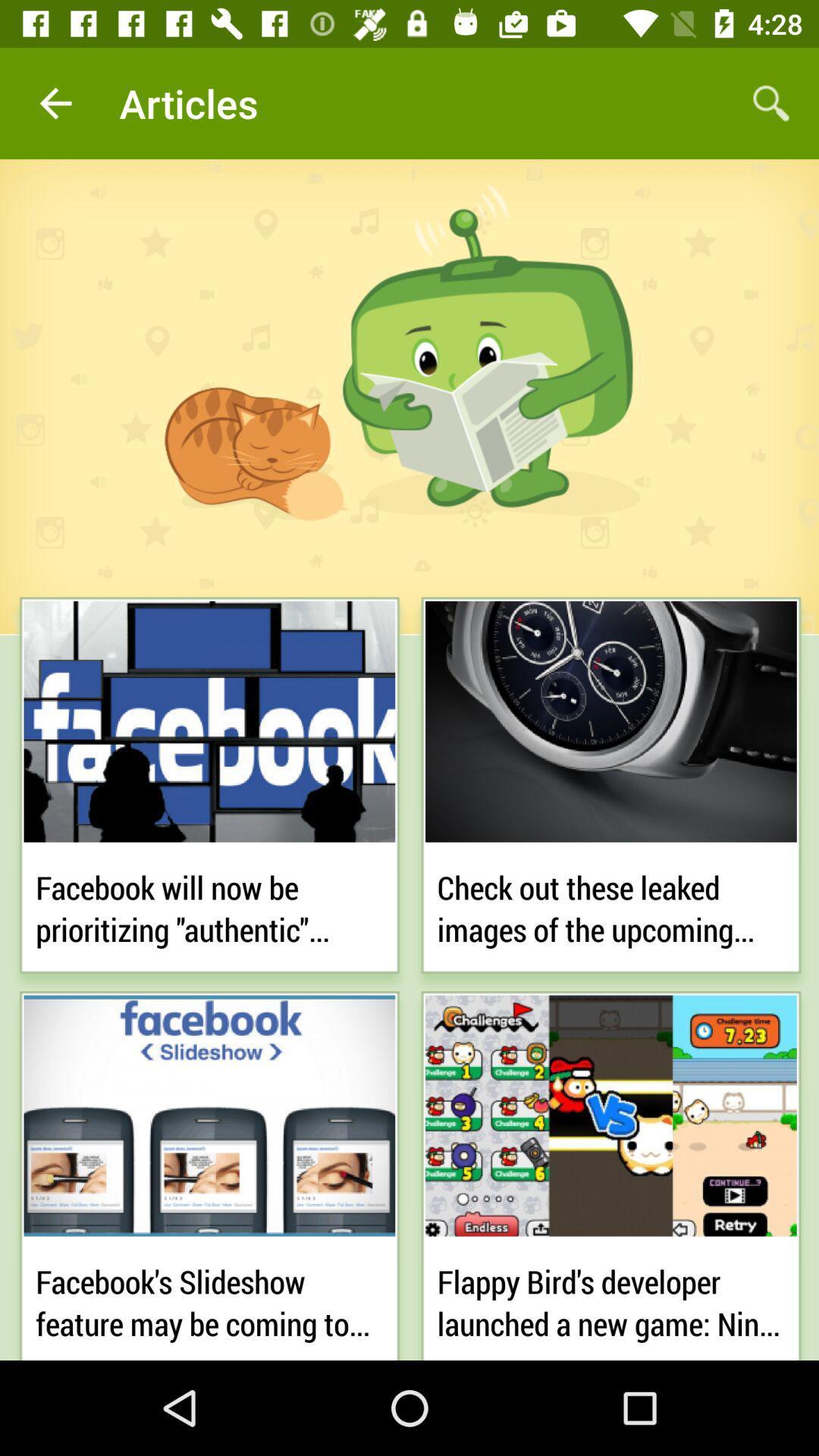 This screenshot has width=819, height=1456. I want to click on flappy bird s item, so click(610, 1298).